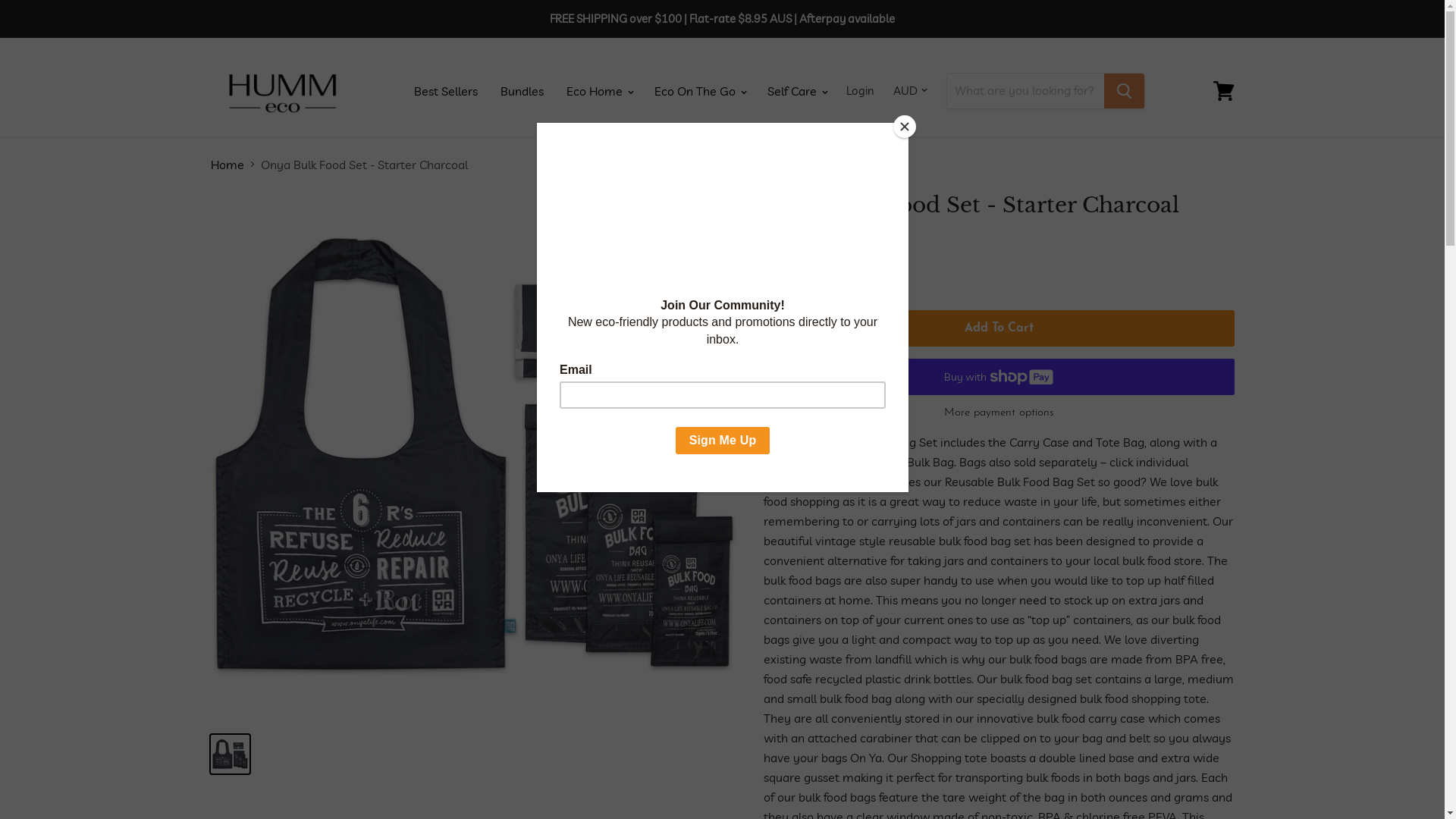  What do you see at coordinates (210, 164) in the screenshot?
I see `'Home'` at bounding box center [210, 164].